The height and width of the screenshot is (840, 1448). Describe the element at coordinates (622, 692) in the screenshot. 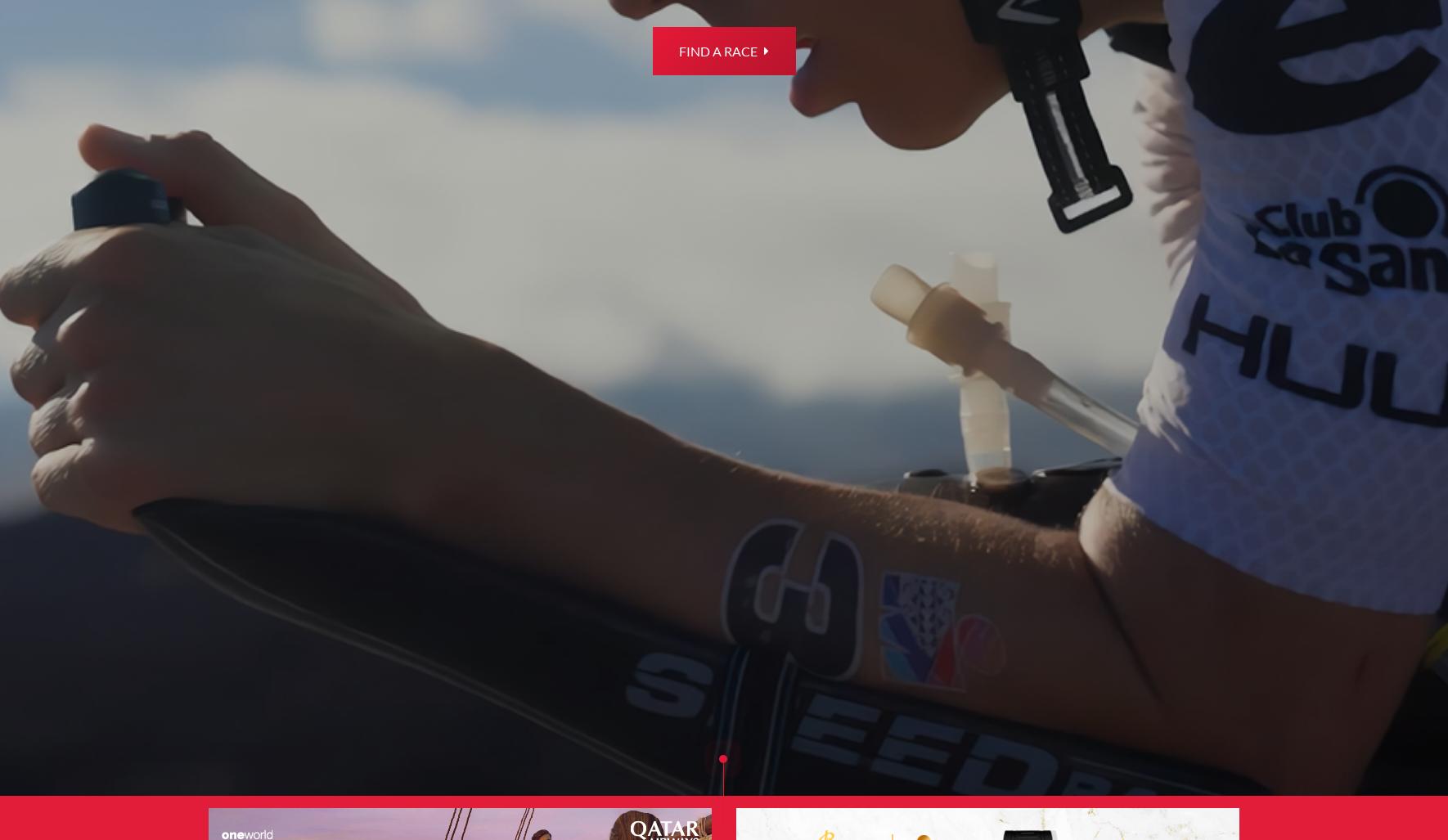

I see `'Smart Program'` at that location.